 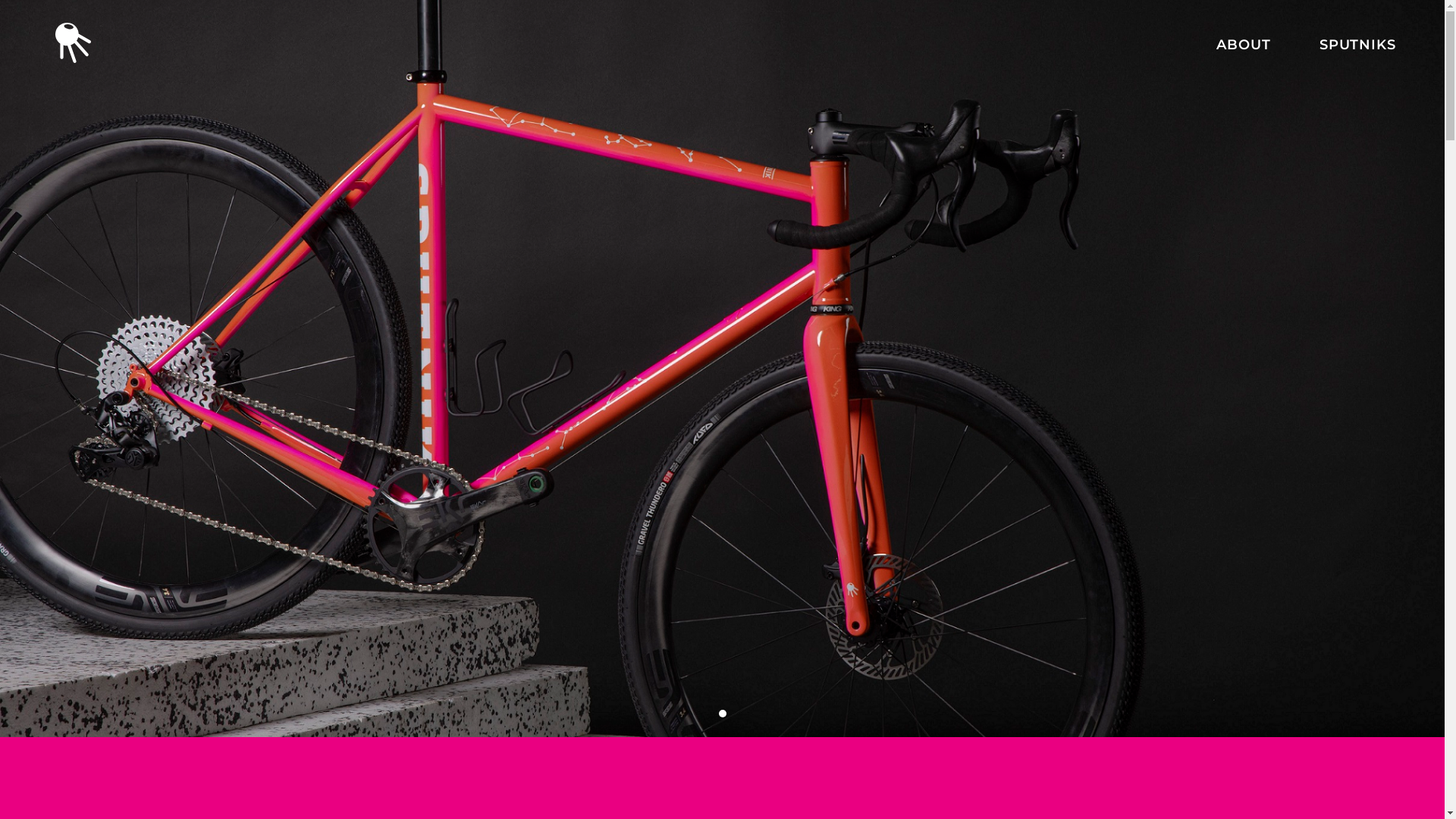 What do you see at coordinates (742, 600) in the screenshot?
I see `'About'` at bounding box center [742, 600].